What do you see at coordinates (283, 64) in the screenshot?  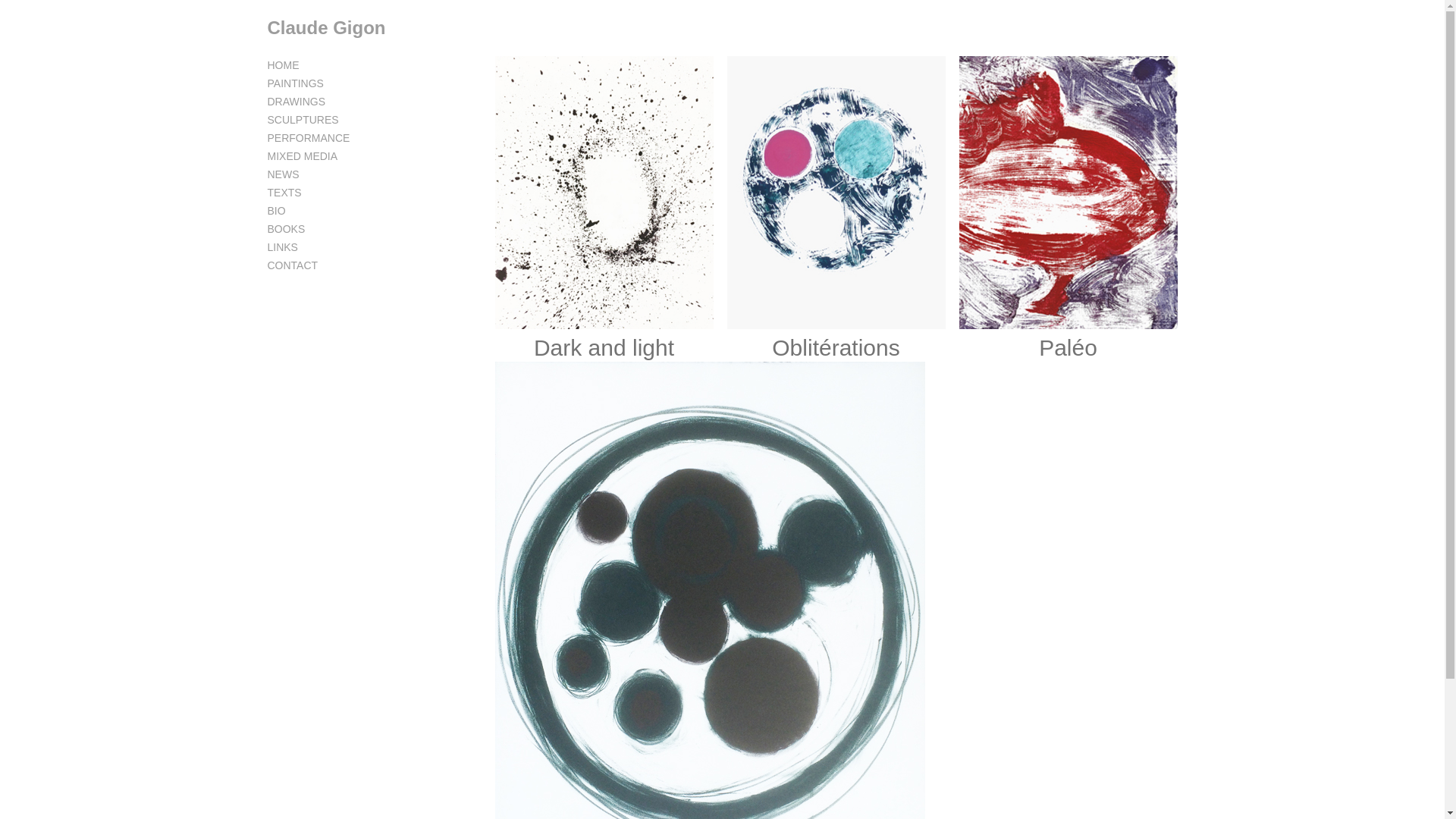 I see `'HOME'` at bounding box center [283, 64].